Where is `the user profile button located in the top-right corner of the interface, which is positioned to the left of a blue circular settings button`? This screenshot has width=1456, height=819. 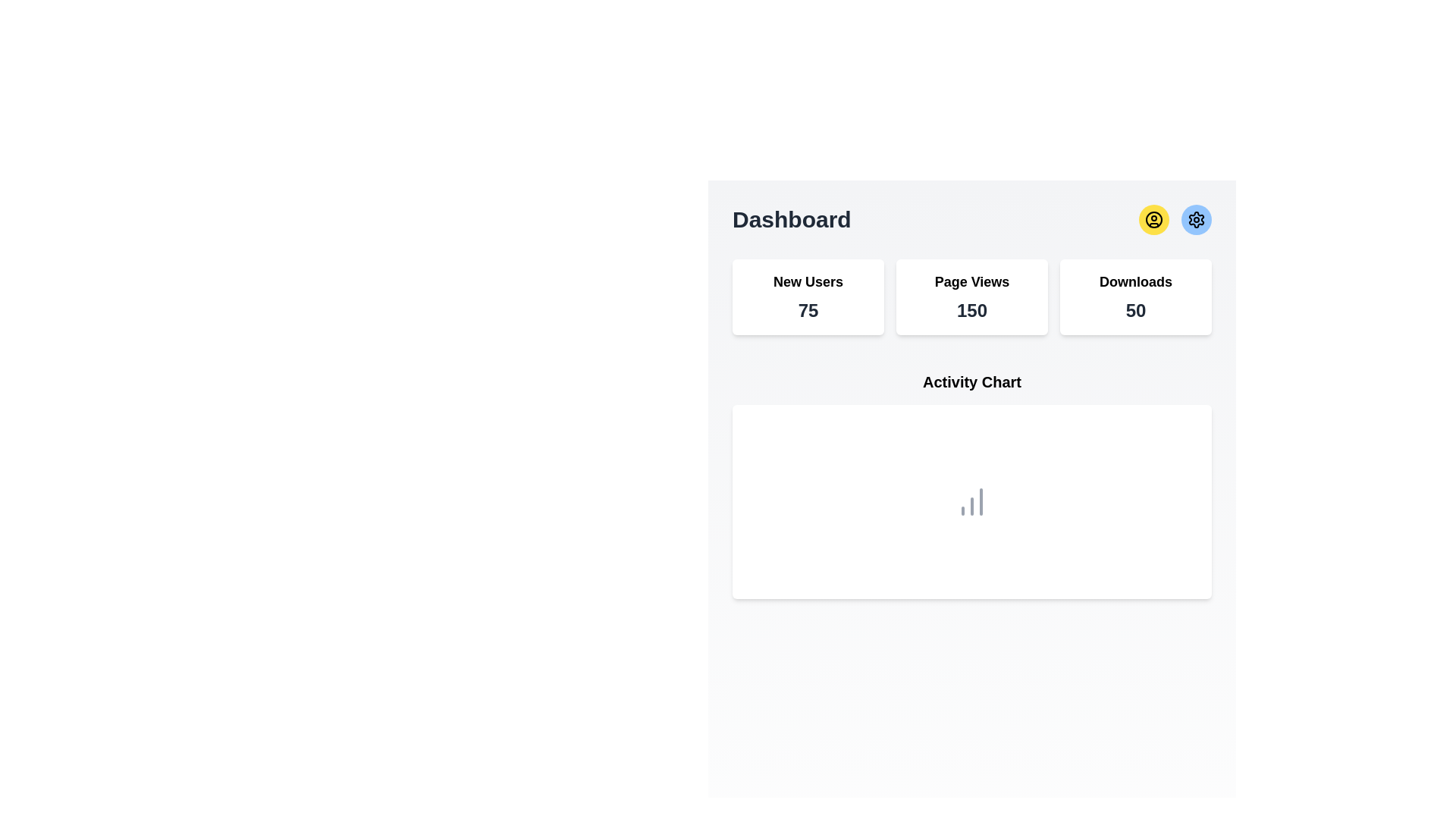
the user profile button located in the top-right corner of the interface, which is positioned to the left of a blue circular settings button is located at coordinates (1153, 219).